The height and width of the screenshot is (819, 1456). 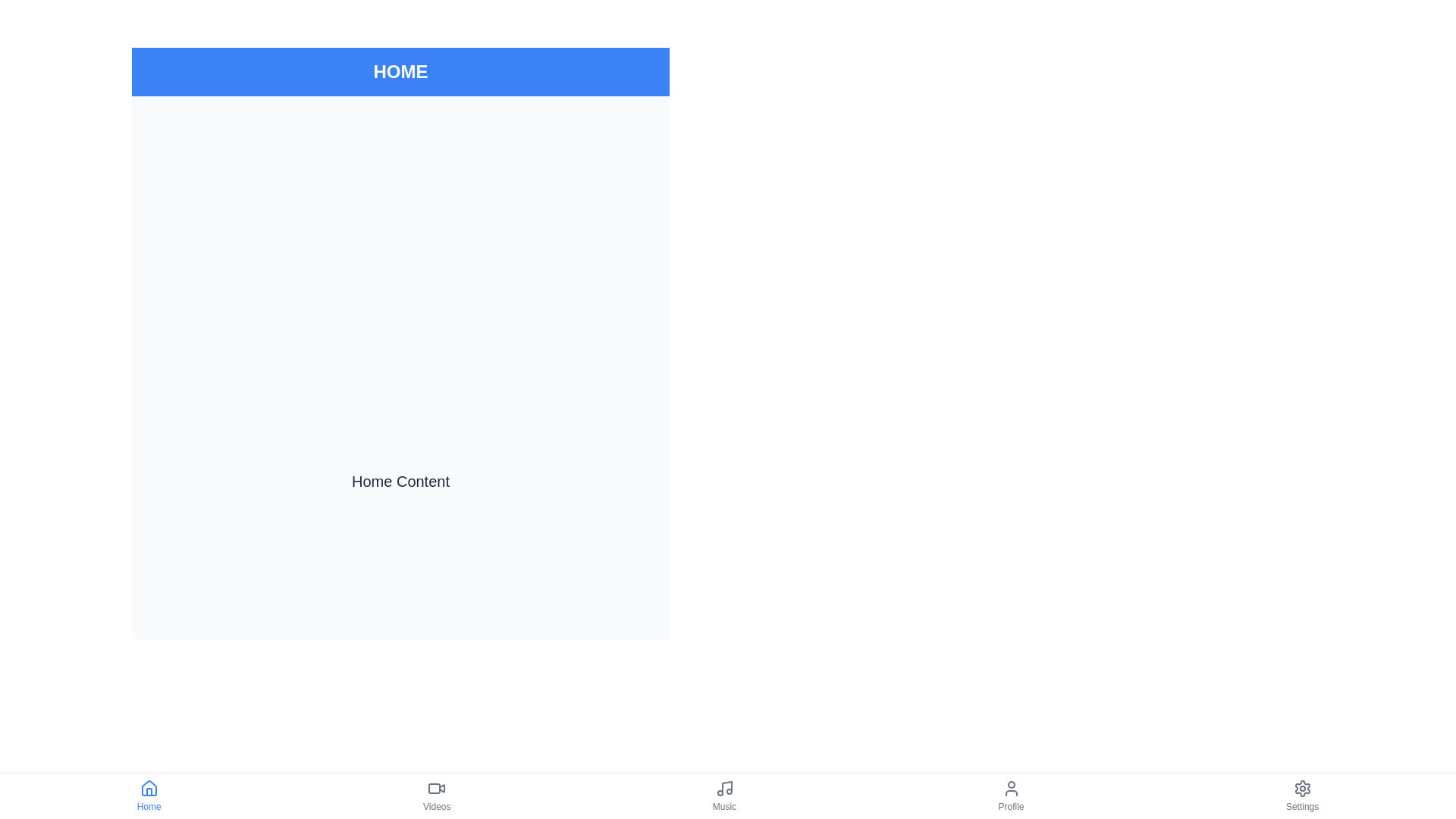 What do you see at coordinates (723, 795) in the screenshot?
I see `the Navigation Tab` at bounding box center [723, 795].